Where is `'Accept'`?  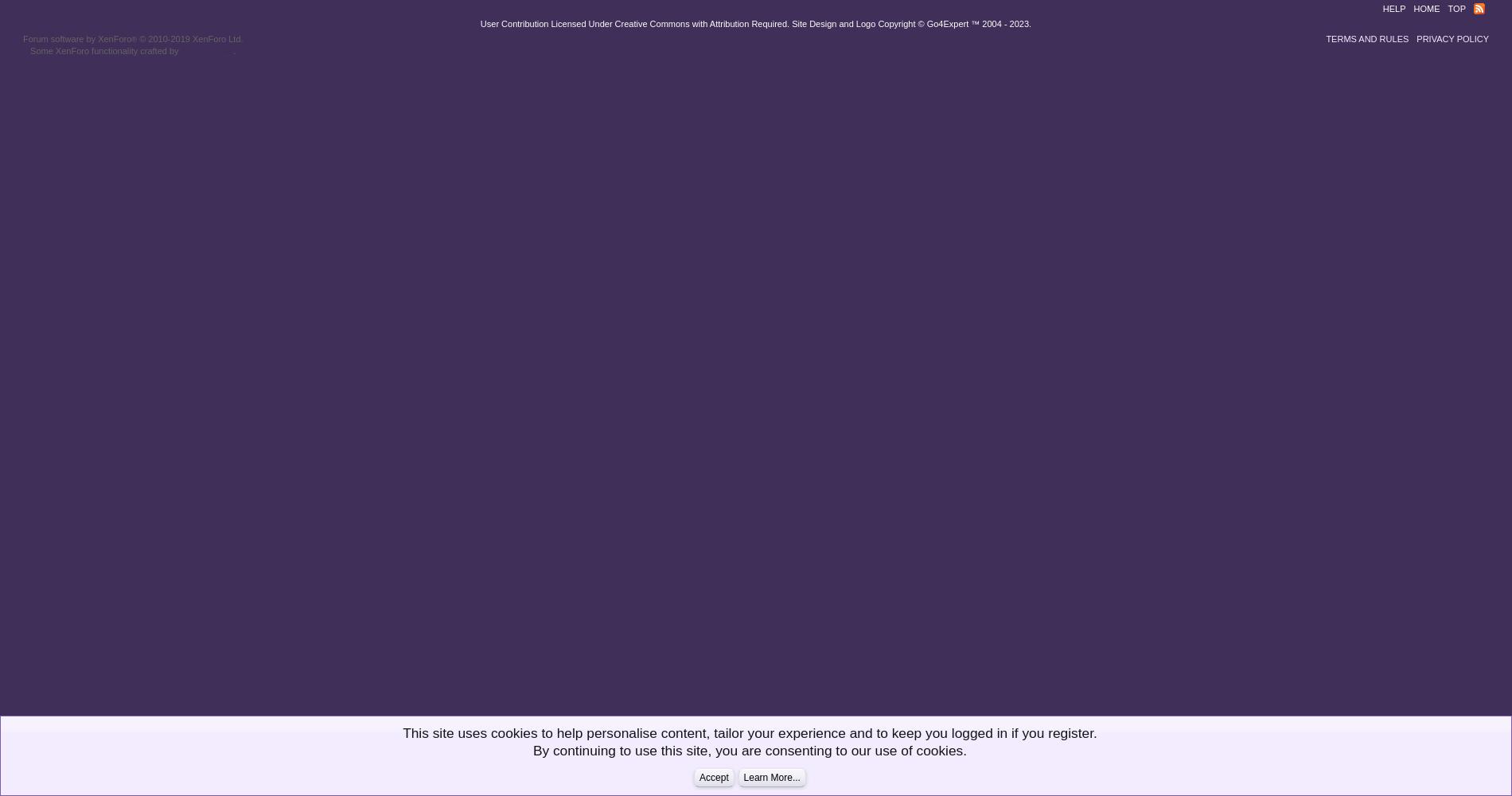 'Accept' is located at coordinates (698, 777).